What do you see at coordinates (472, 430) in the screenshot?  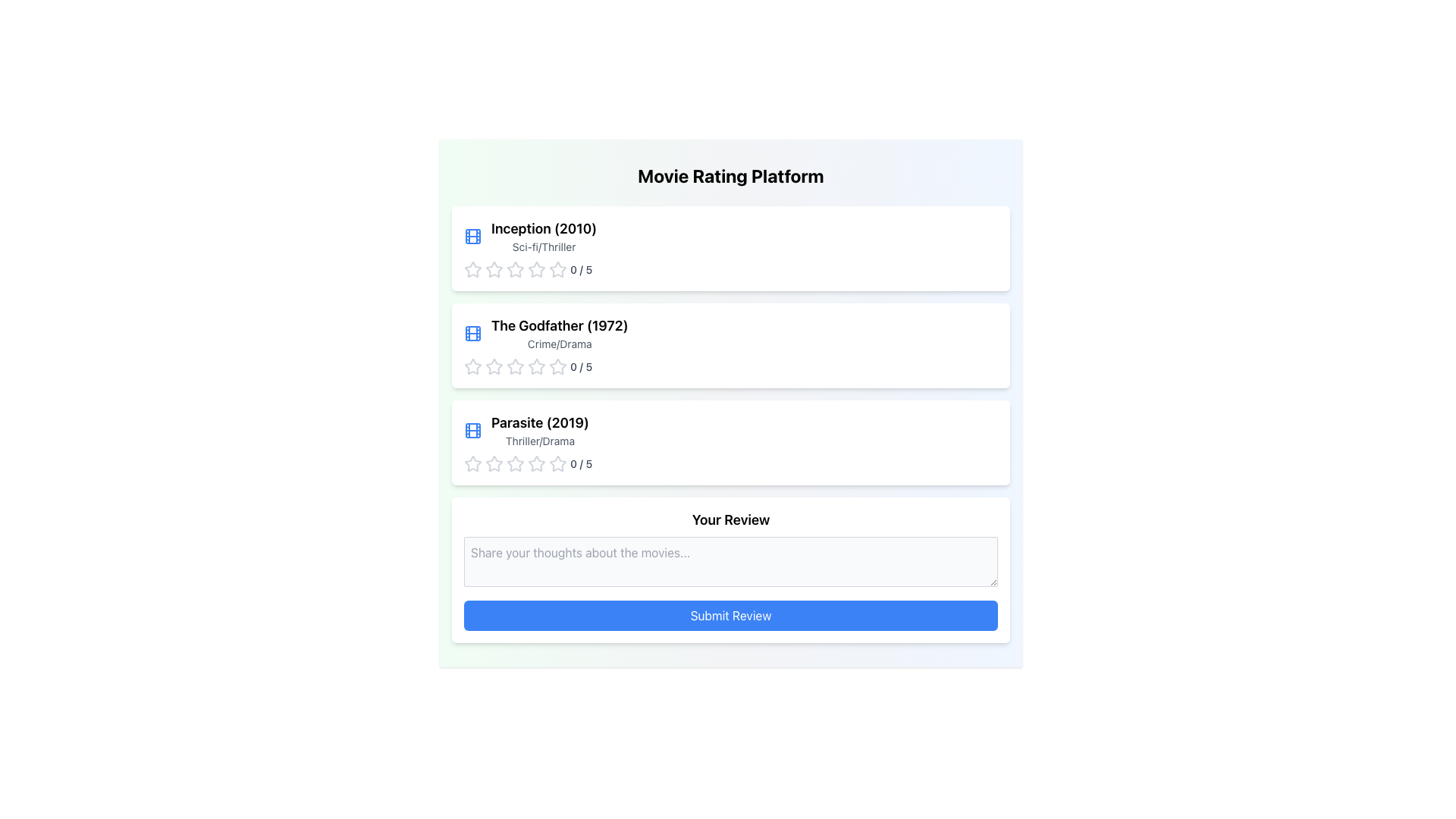 I see `the SVG graphical rectangle element located within the first movie entry box, adjacent to the text 'Inception (2010)'` at bounding box center [472, 430].